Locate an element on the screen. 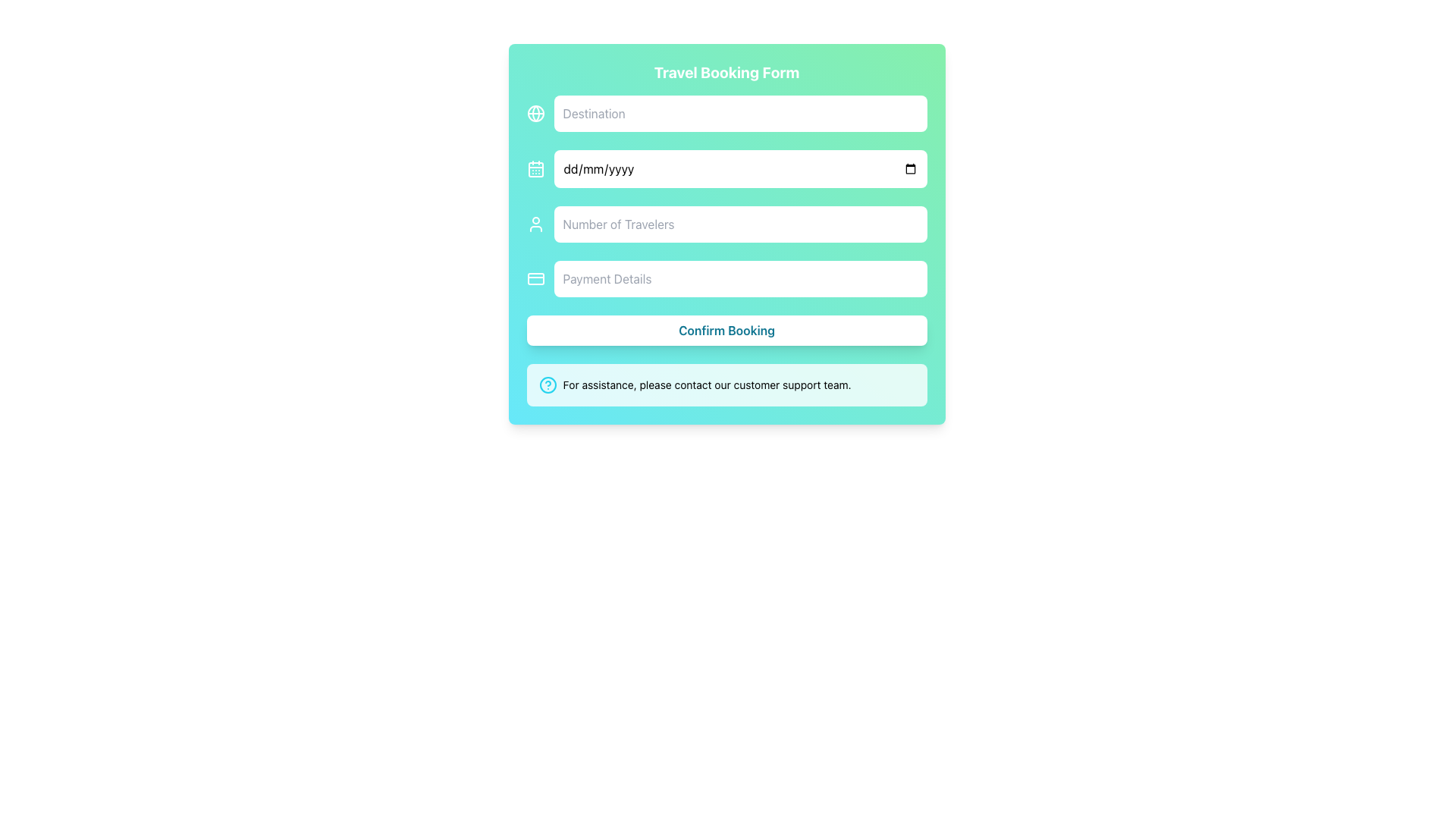 This screenshot has width=1456, height=819. the circular icon with a cyan outline and white interior, located at the bottom of the light teal panel, adjacent to the confirmation button is located at coordinates (547, 384).